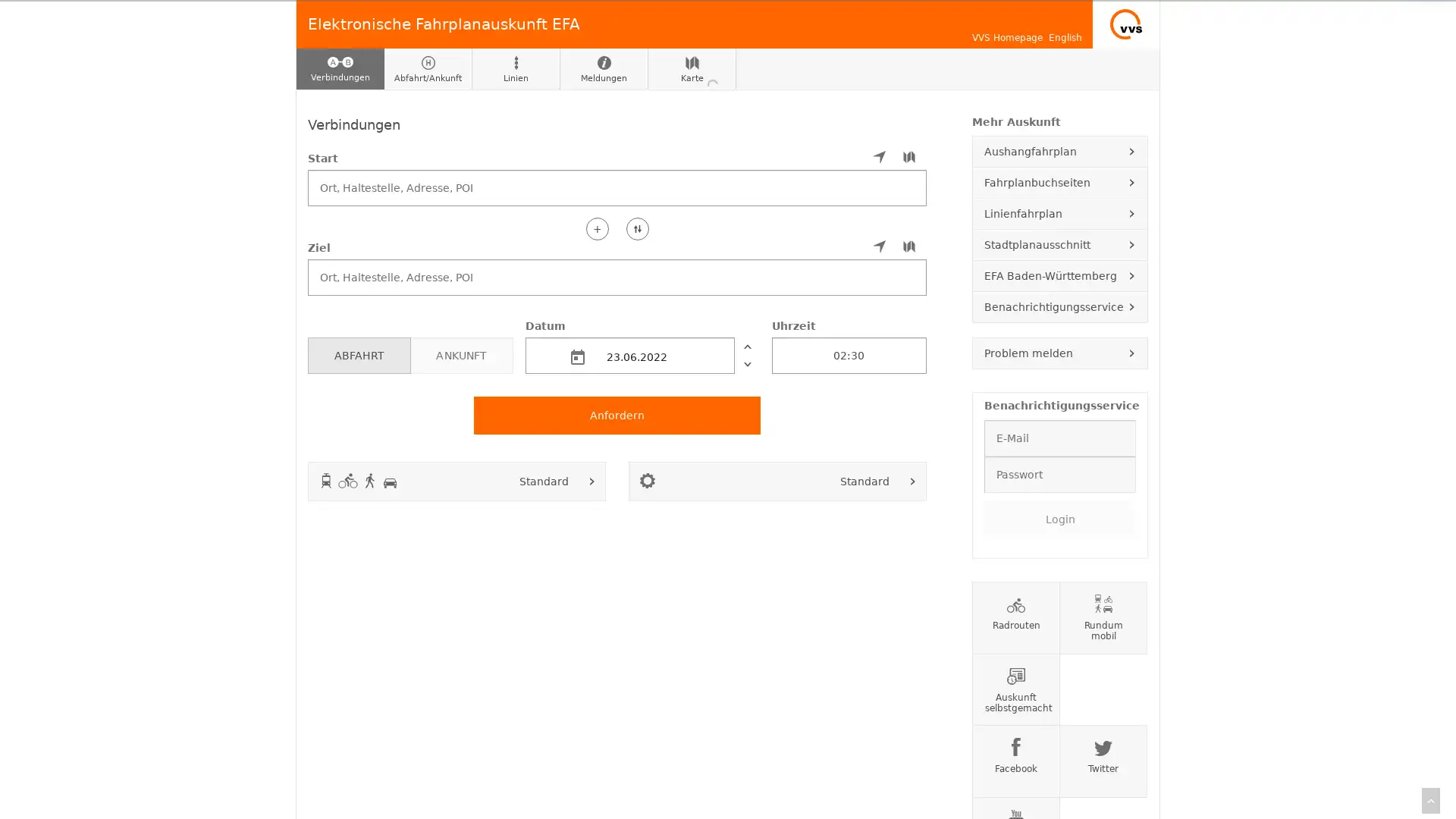 This screenshot has width=1456, height=819. What do you see at coordinates (428, 69) in the screenshot?
I see `Abfahrt/Ankunft` at bounding box center [428, 69].